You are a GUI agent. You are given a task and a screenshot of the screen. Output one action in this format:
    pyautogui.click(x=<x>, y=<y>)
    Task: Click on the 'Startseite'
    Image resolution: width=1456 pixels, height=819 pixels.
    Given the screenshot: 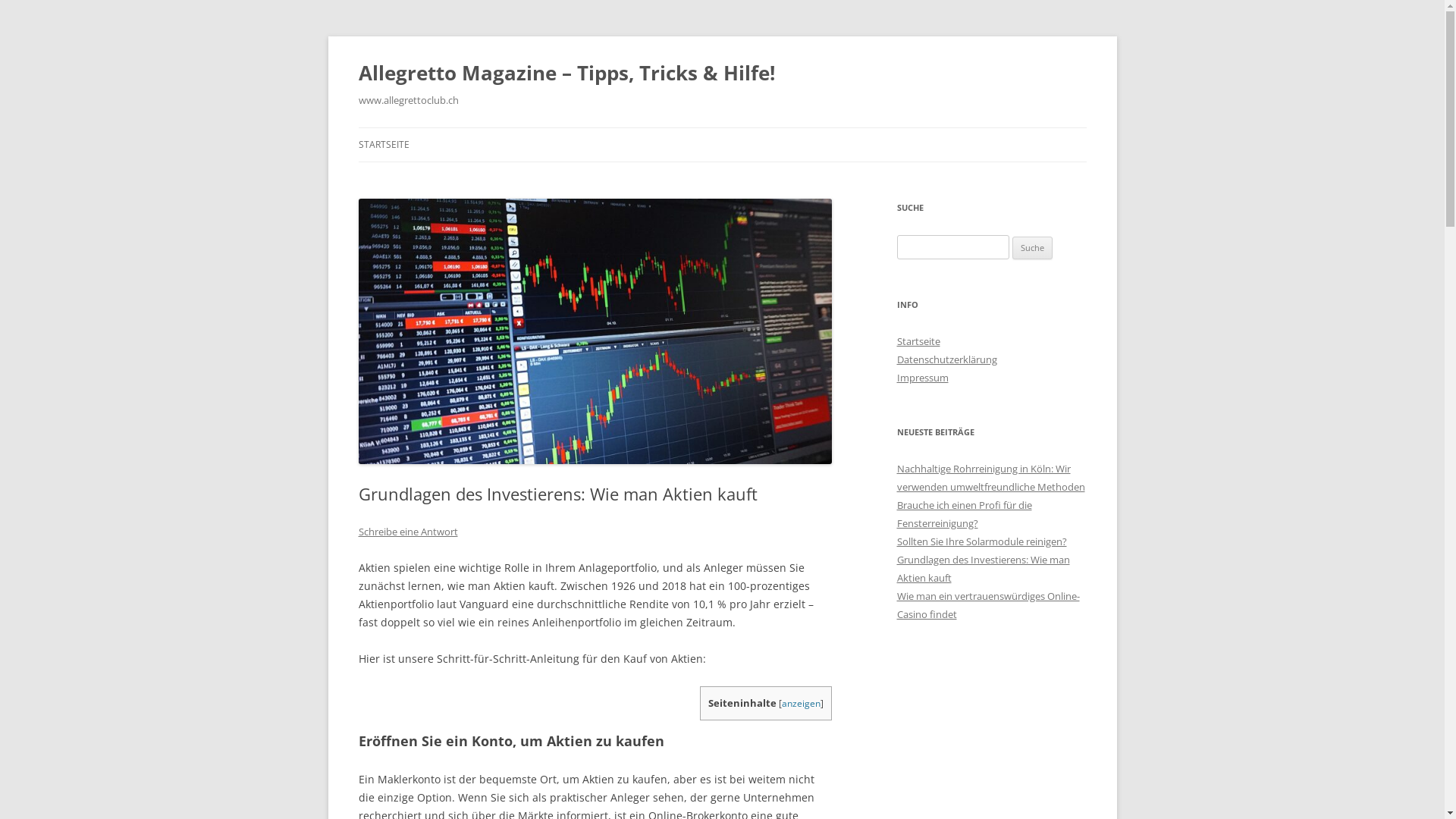 What is the action you would take?
    pyautogui.click(x=917, y=341)
    